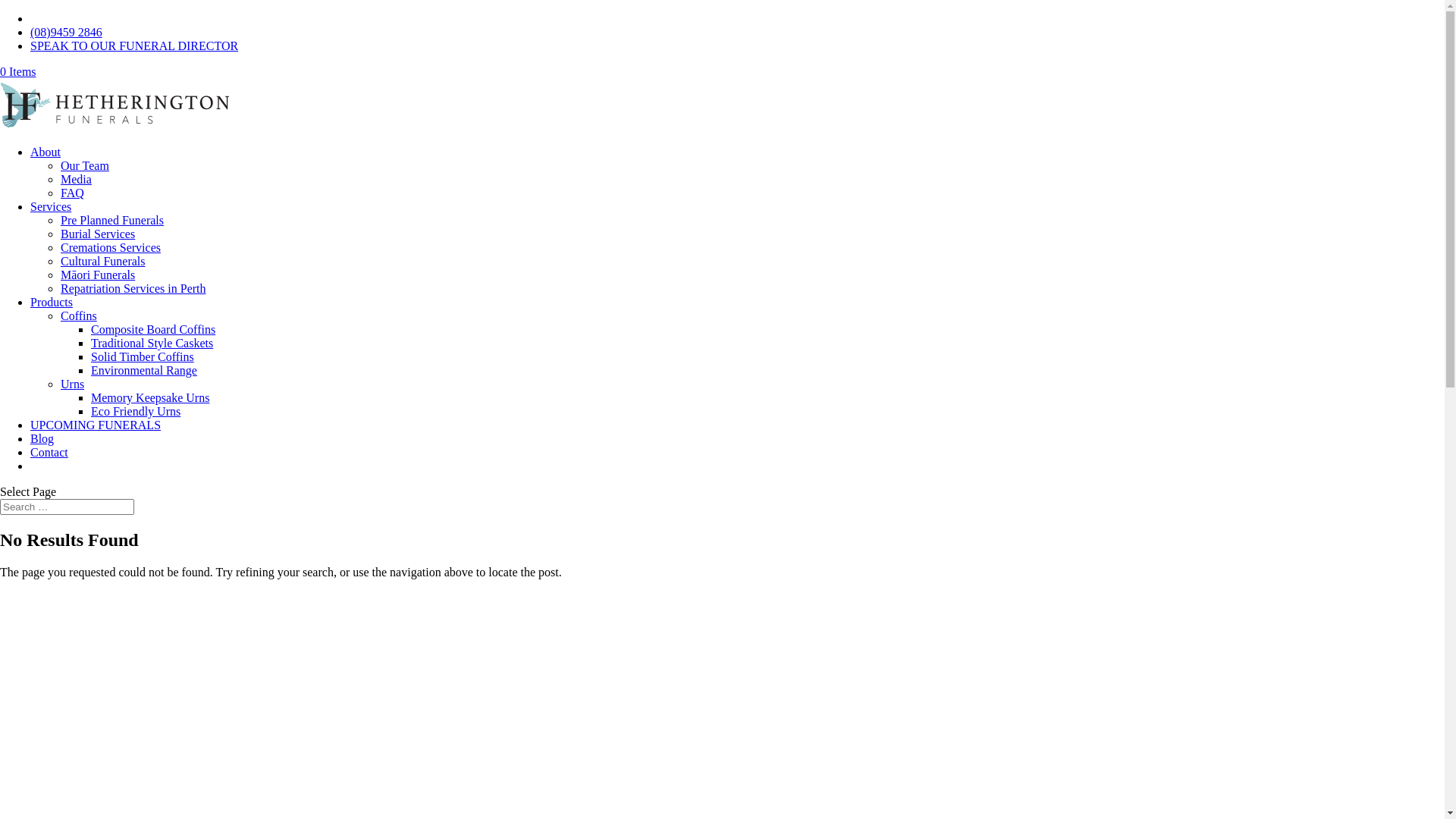 The image size is (1456, 819). Describe the element at coordinates (49, 451) in the screenshot. I see `'Contact'` at that location.